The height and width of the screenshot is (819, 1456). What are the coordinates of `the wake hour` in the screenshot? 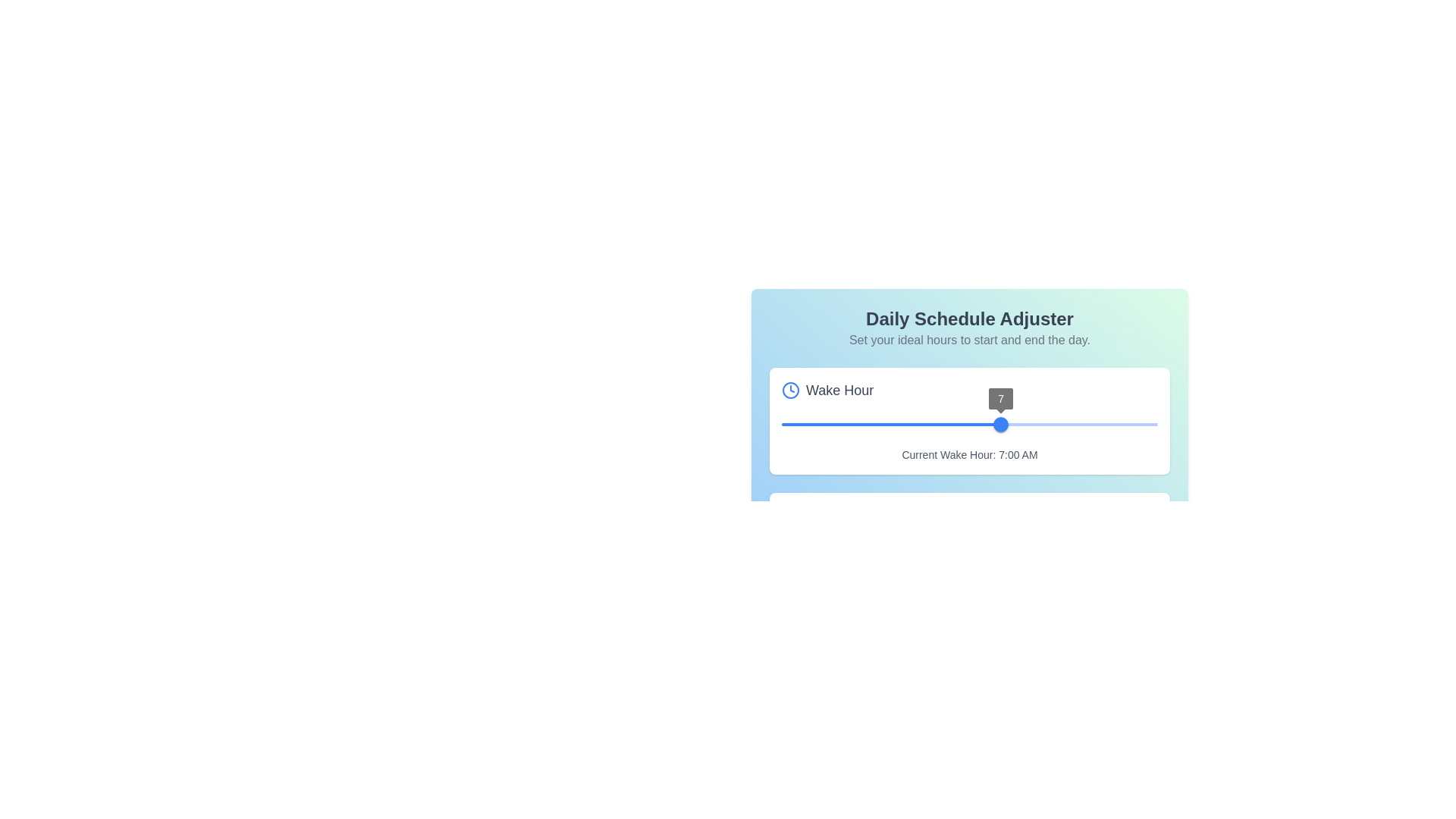 It's located at (1109, 424).